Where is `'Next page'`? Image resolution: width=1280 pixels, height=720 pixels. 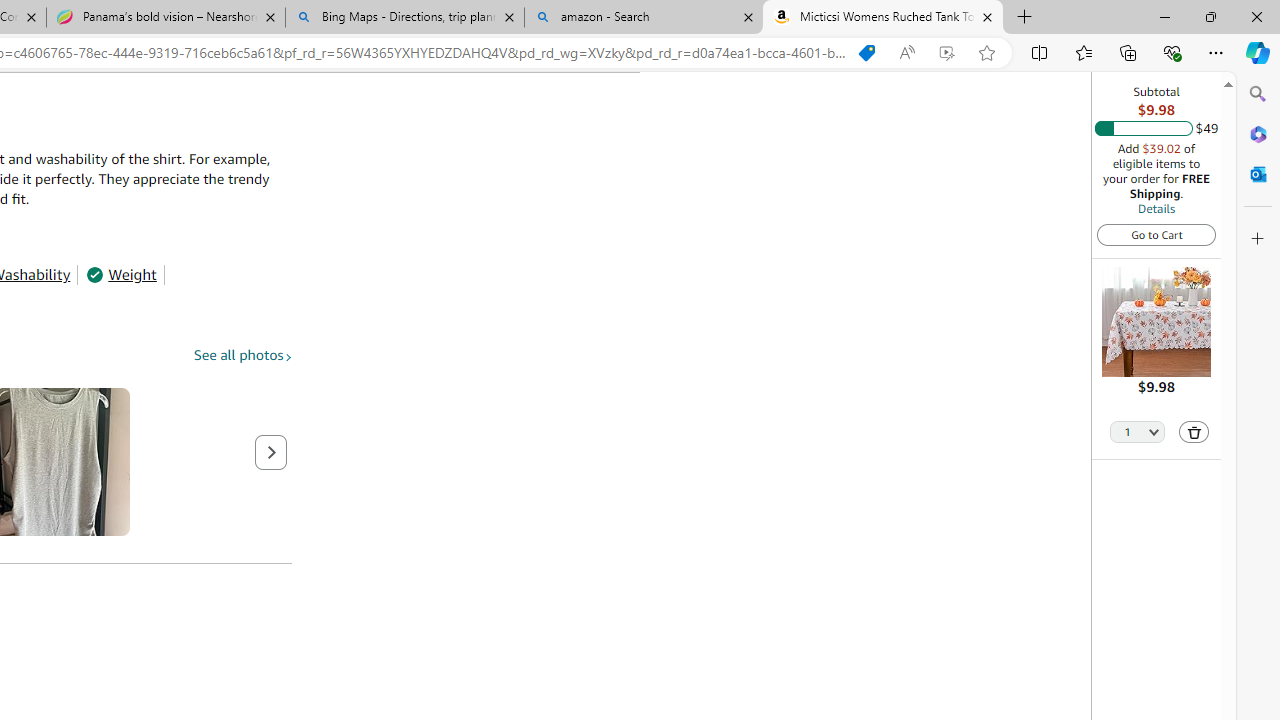 'Next page' is located at coordinates (270, 452).